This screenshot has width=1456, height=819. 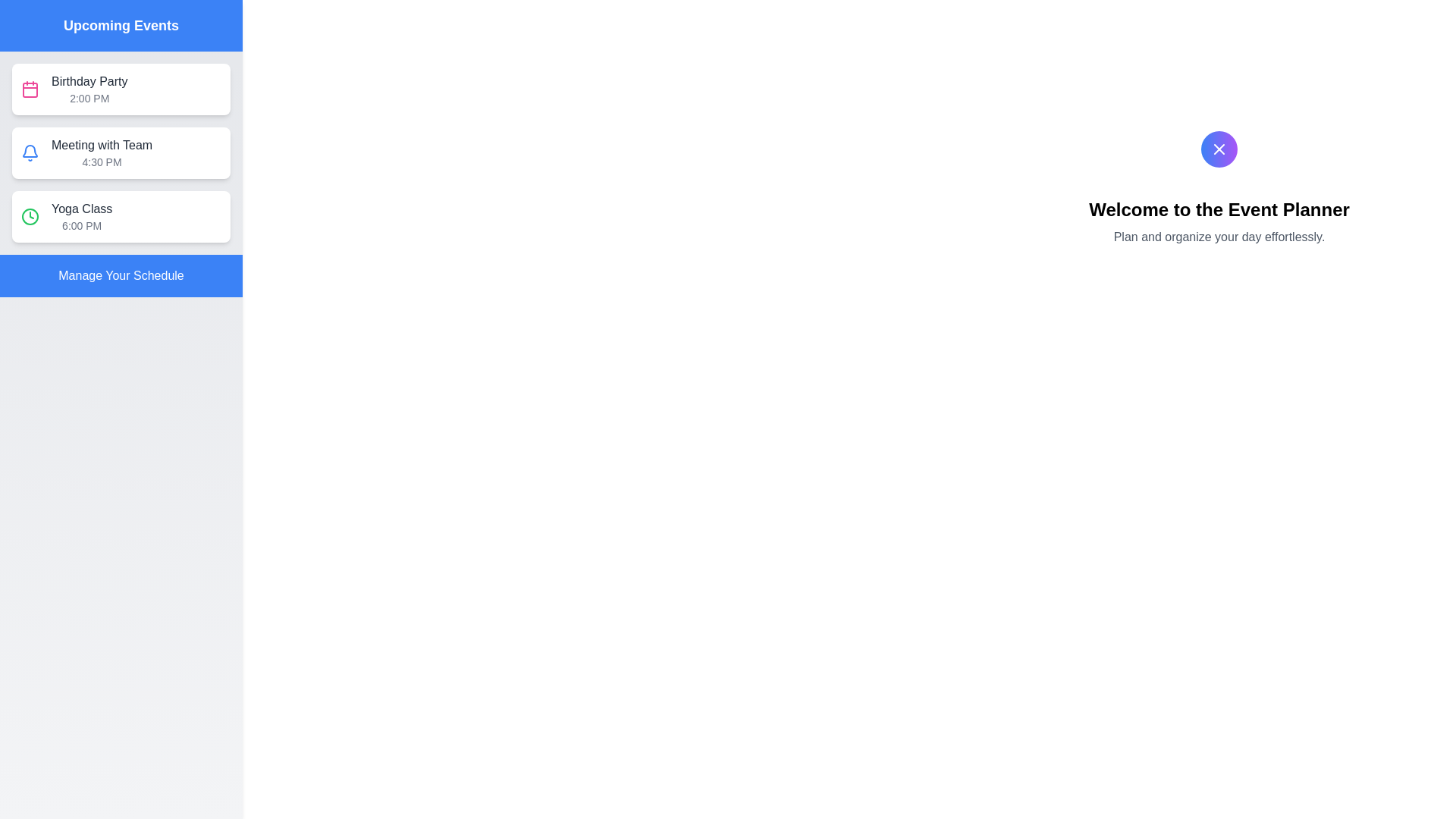 What do you see at coordinates (120, 152) in the screenshot?
I see `information displayed on the informative card titled 'Meeting with Team' scheduled at 4:30 PM, which is the second card in the vertical list located in the left sidebar` at bounding box center [120, 152].